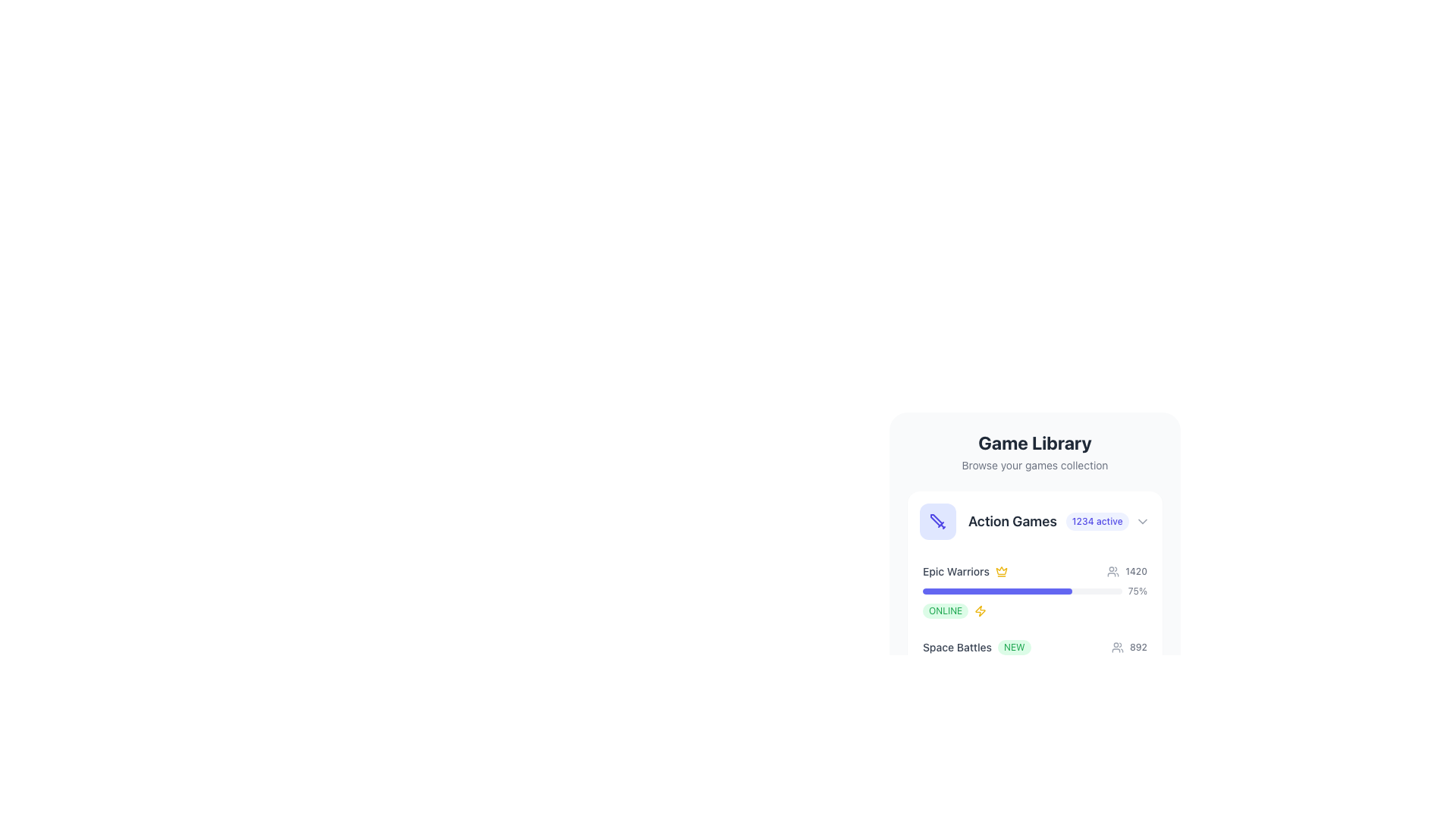  Describe the element at coordinates (1144, 523) in the screenshot. I see `the 'Game Library' panel located on the right section of the interface` at that location.